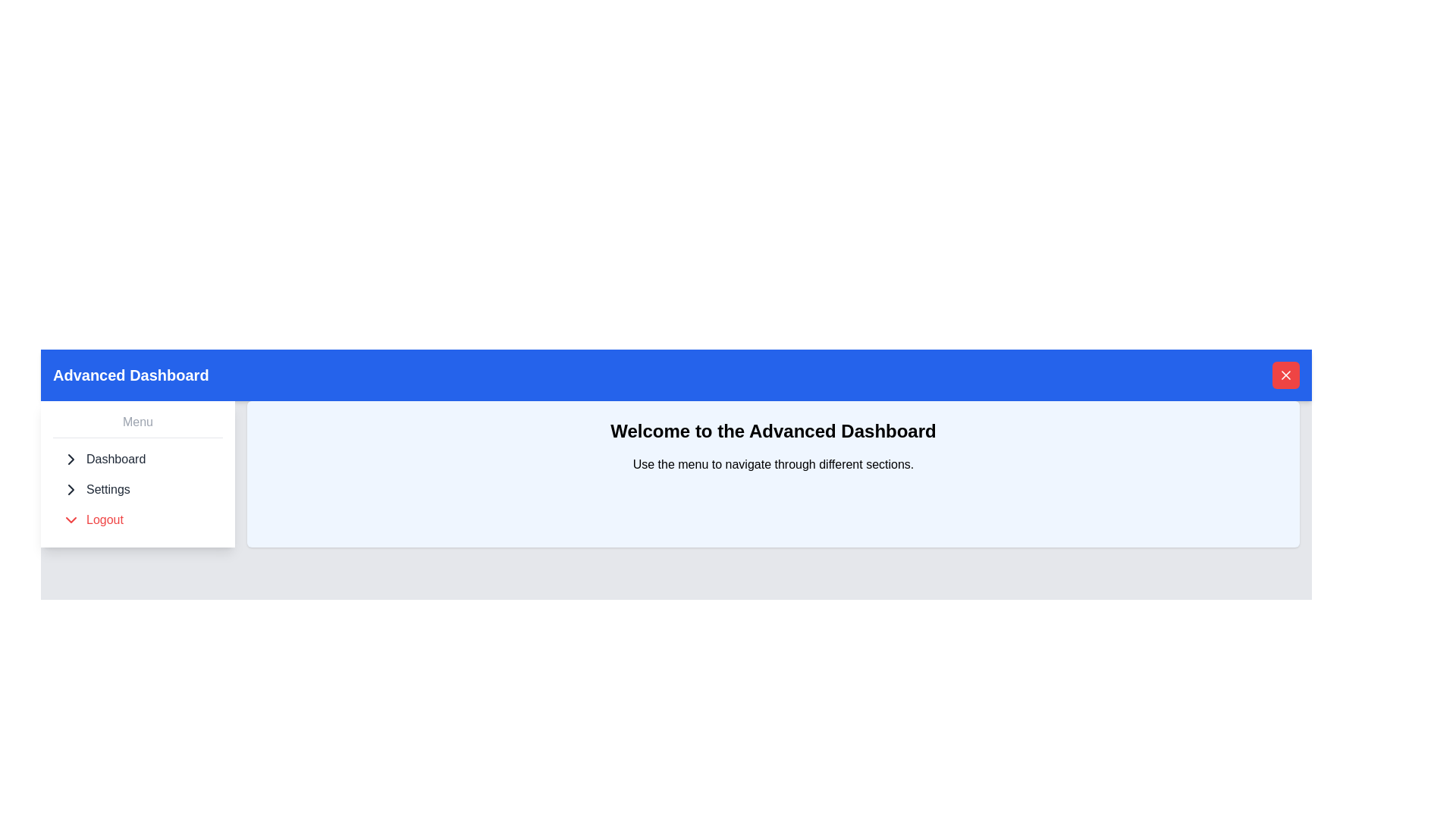  Describe the element at coordinates (138, 489) in the screenshot. I see `the 'Settings' button` at that location.